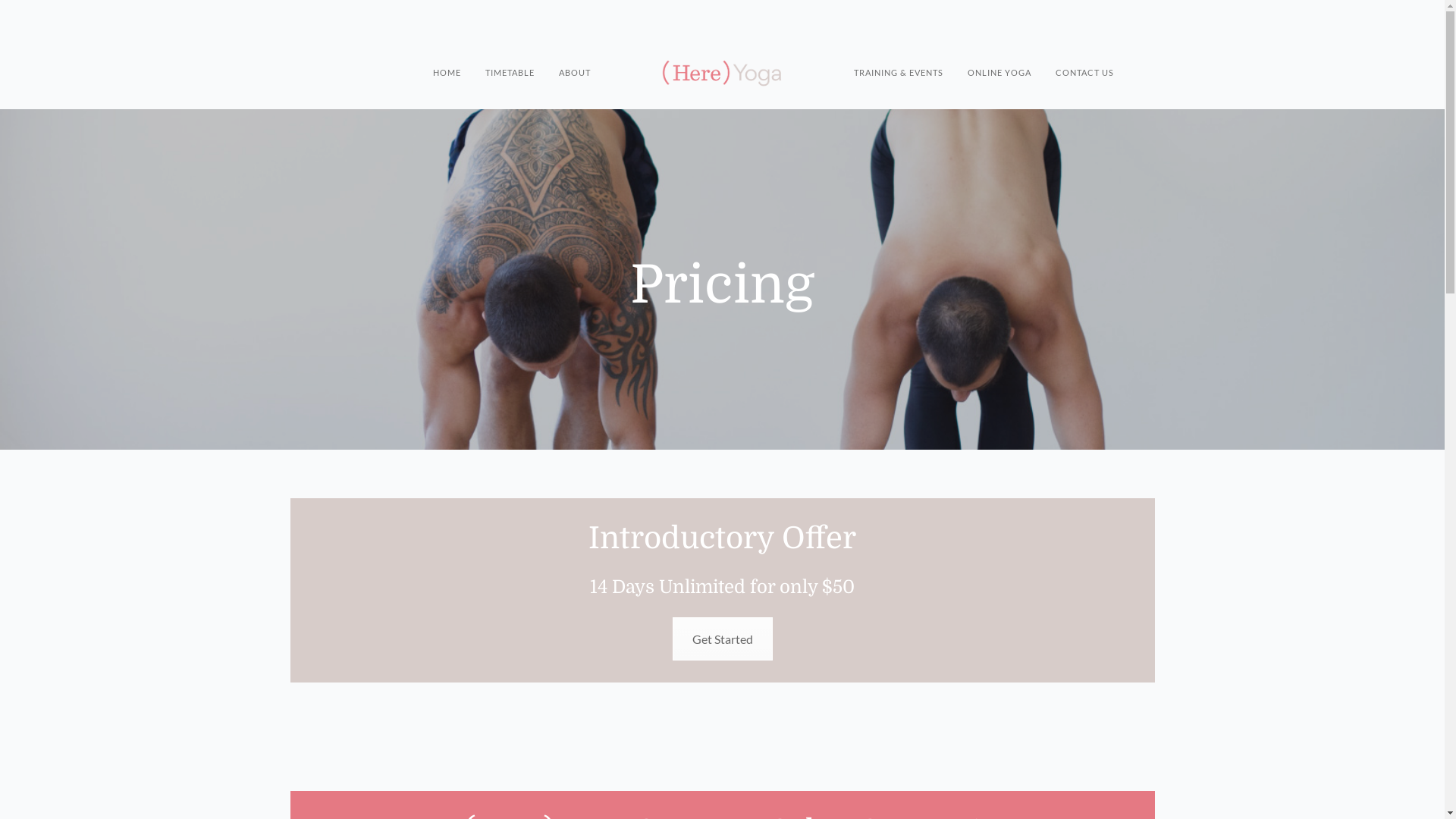 Image resolution: width=1456 pixels, height=819 pixels. I want to click on 'HOME', so click(446, 57).